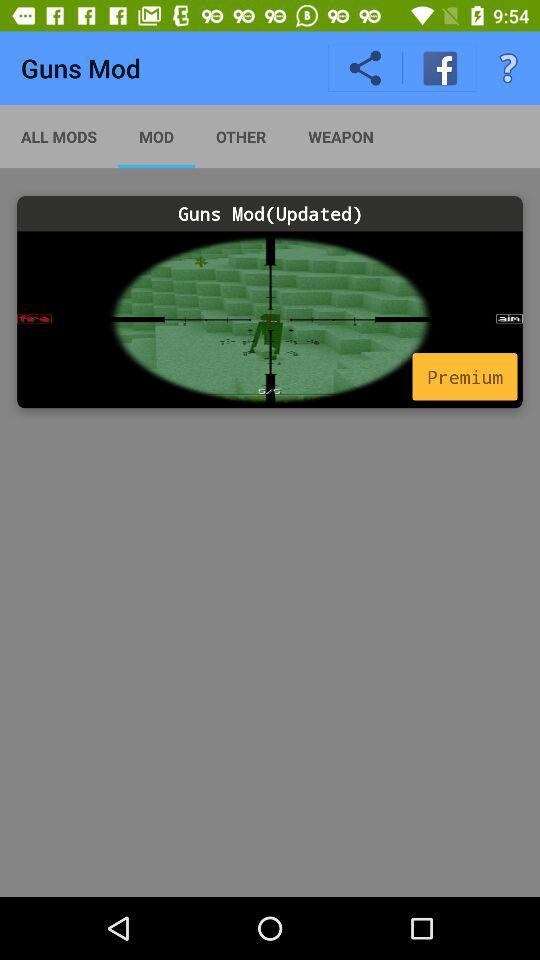 The image size is (540, 960). Describe the element at coordinates (340, 135) in the screenshot. I see `the weapon item` at that location.